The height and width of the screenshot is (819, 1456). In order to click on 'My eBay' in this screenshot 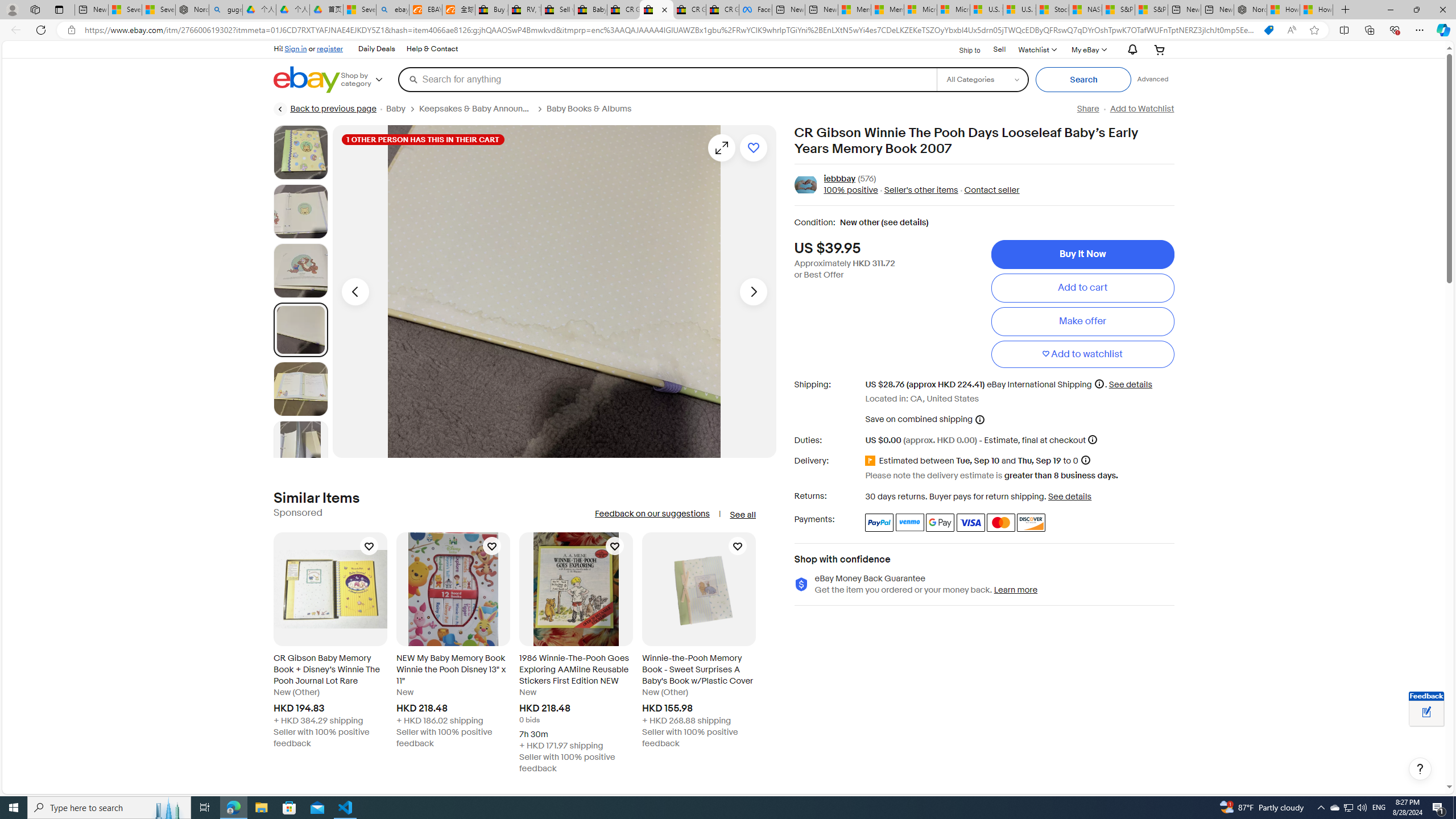, I will do `click(1087, 49)`.